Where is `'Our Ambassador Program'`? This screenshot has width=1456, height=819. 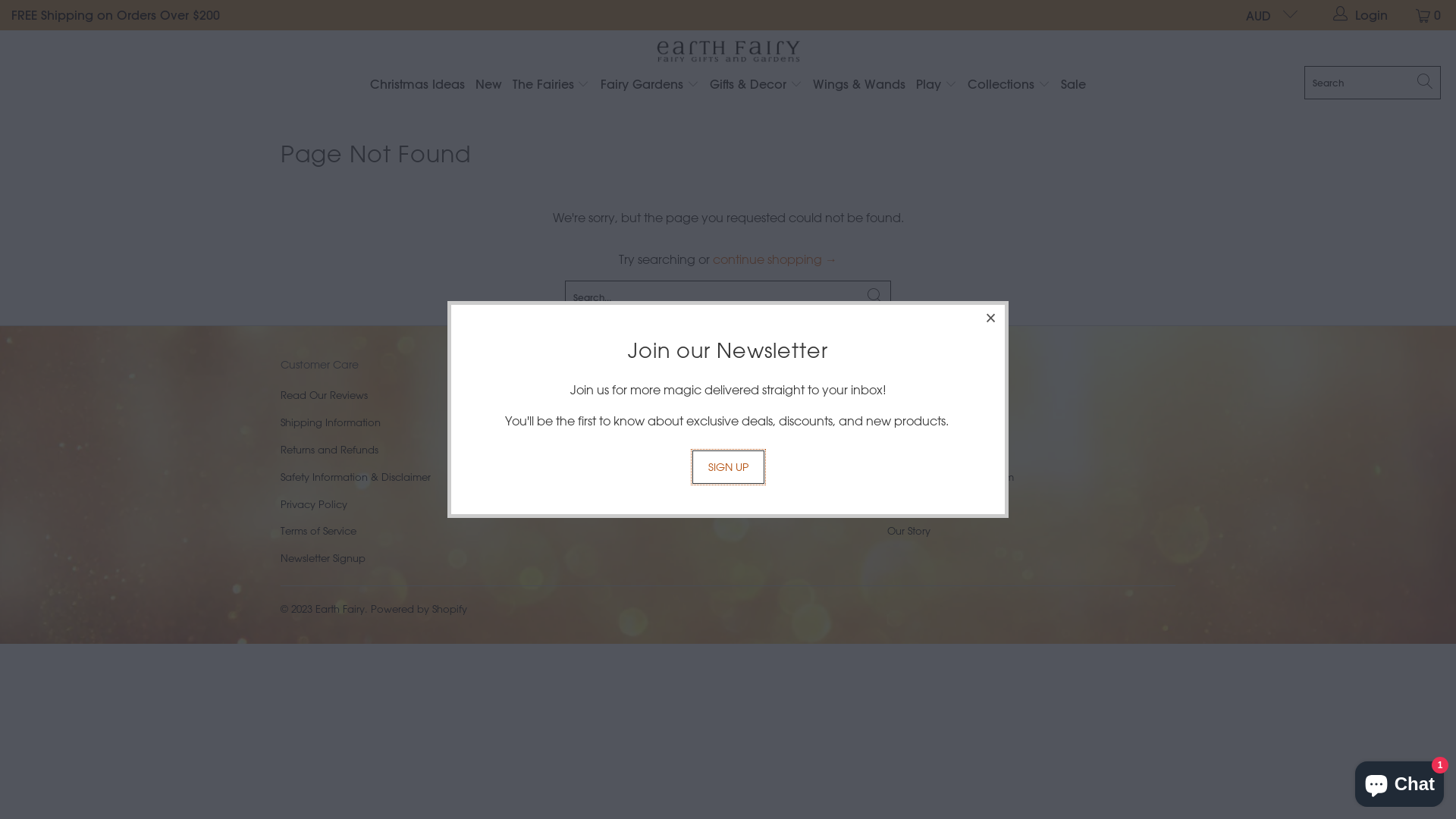 'Our Ambassador Program' is located at coordinates (949, 475).